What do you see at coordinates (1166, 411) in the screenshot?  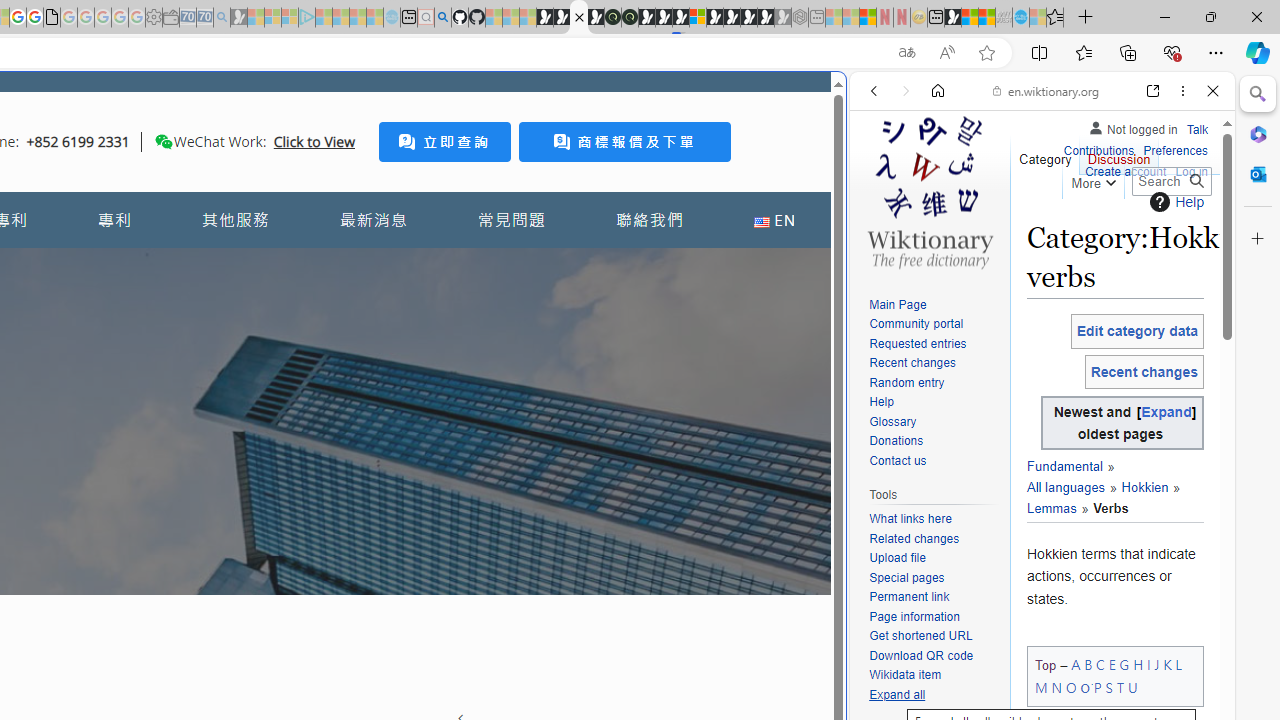 I see `'[Expand]'` at bounding box center [1166, 411].